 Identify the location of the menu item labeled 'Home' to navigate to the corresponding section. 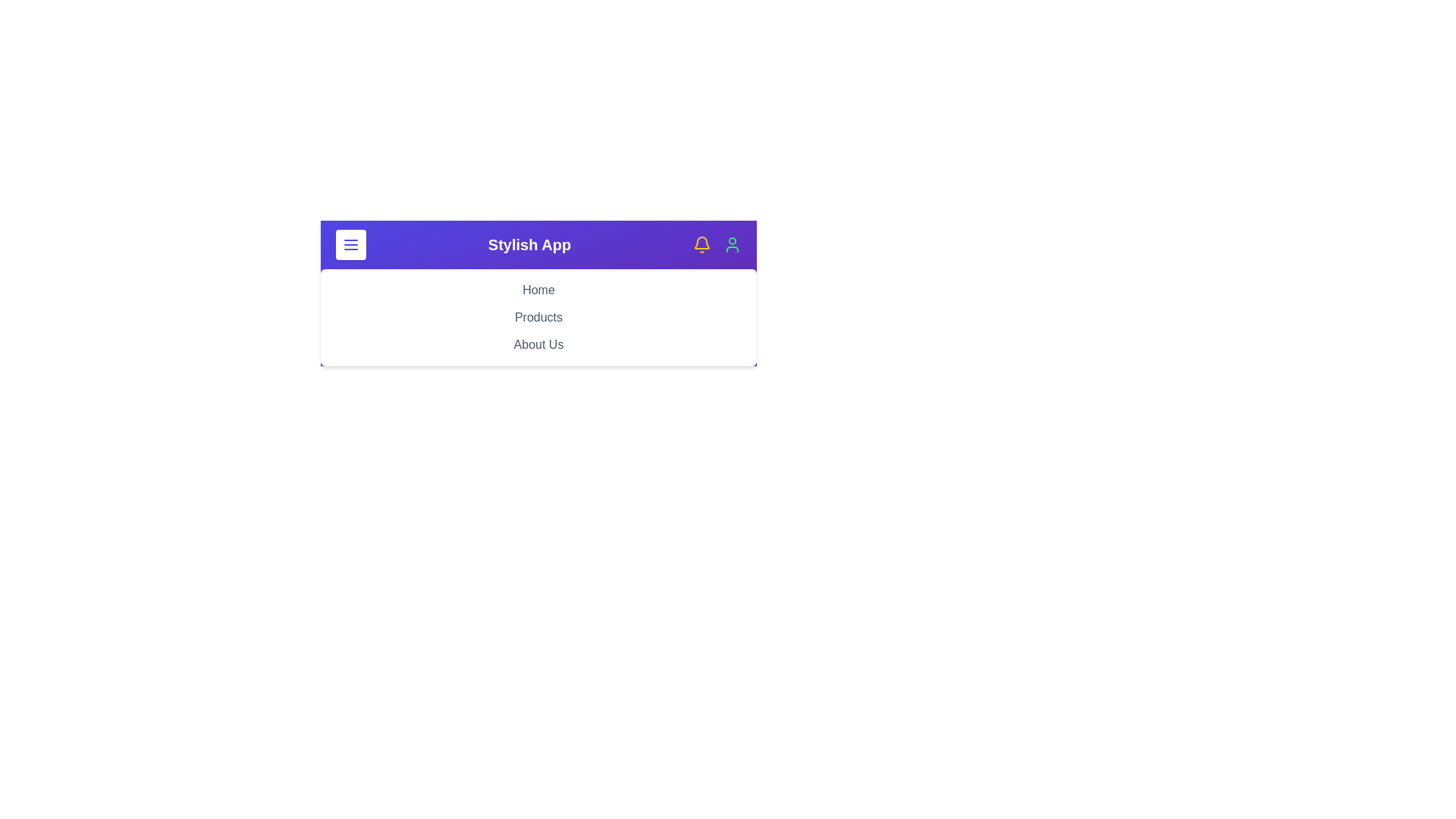
(538, 290).